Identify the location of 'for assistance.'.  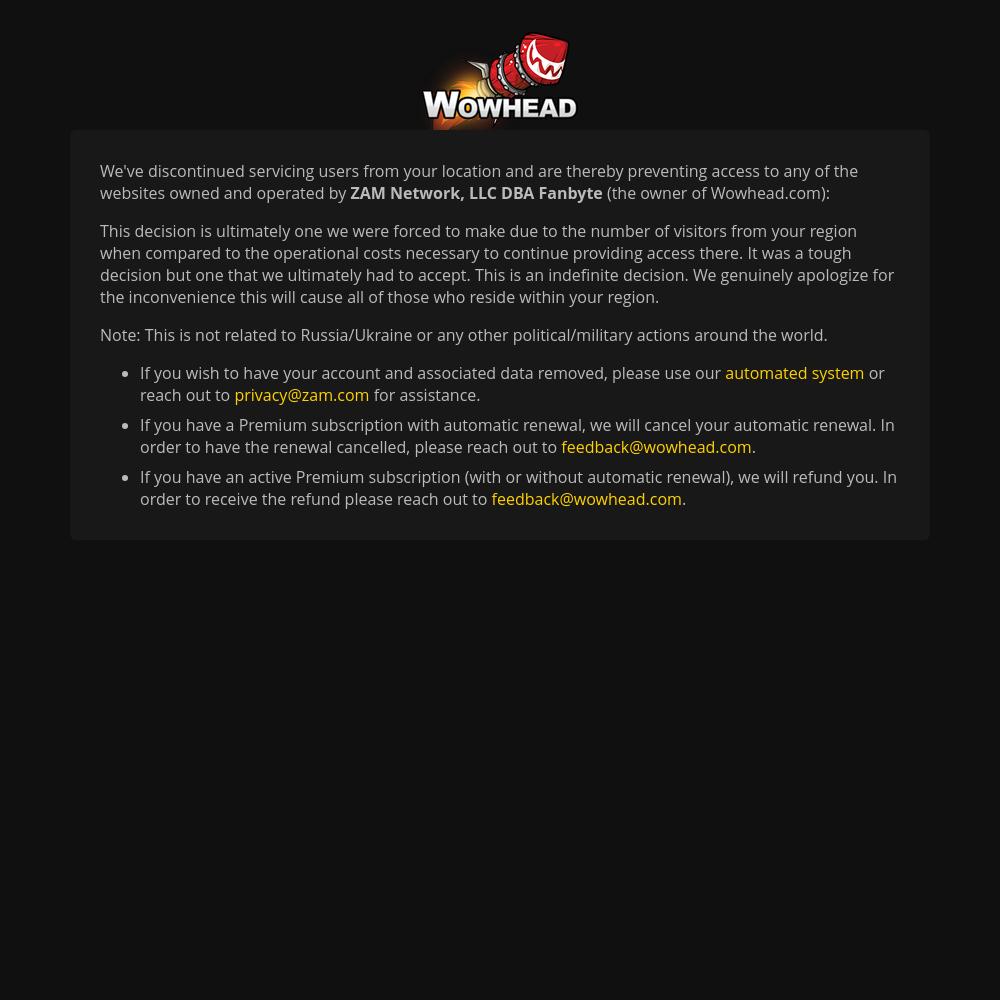
(424, 395).